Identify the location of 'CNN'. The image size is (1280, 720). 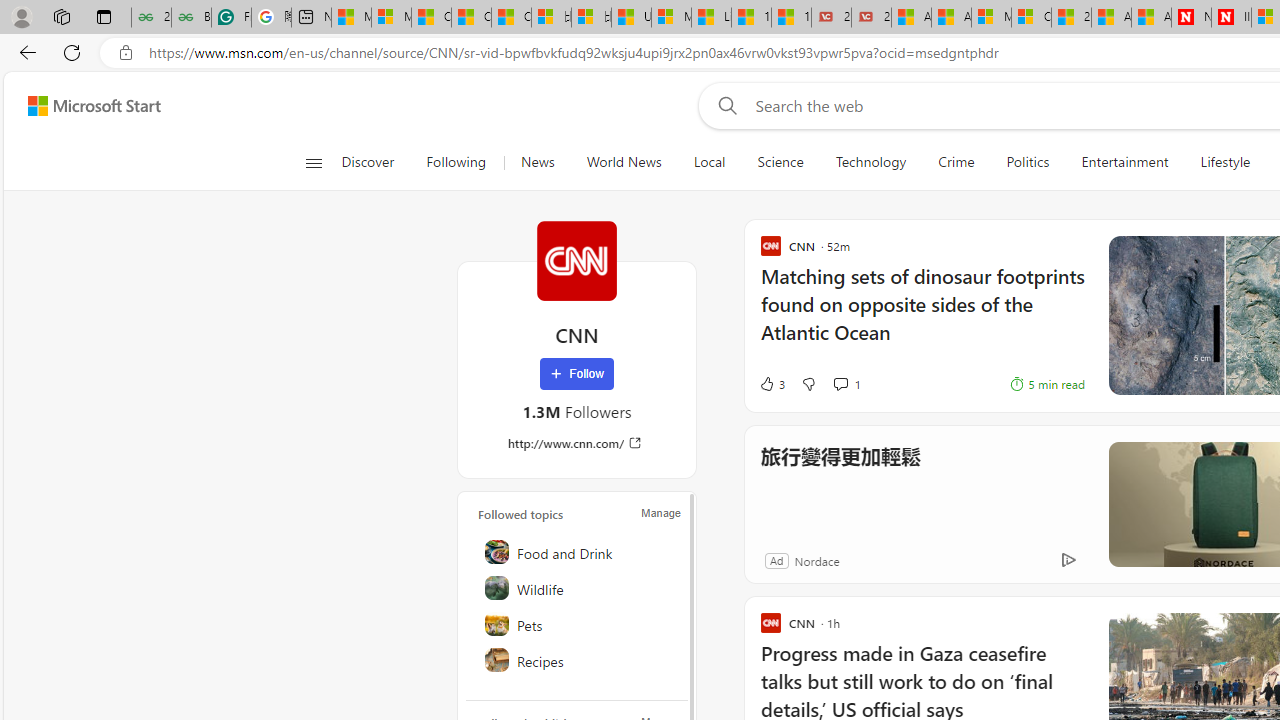
(576, 260).